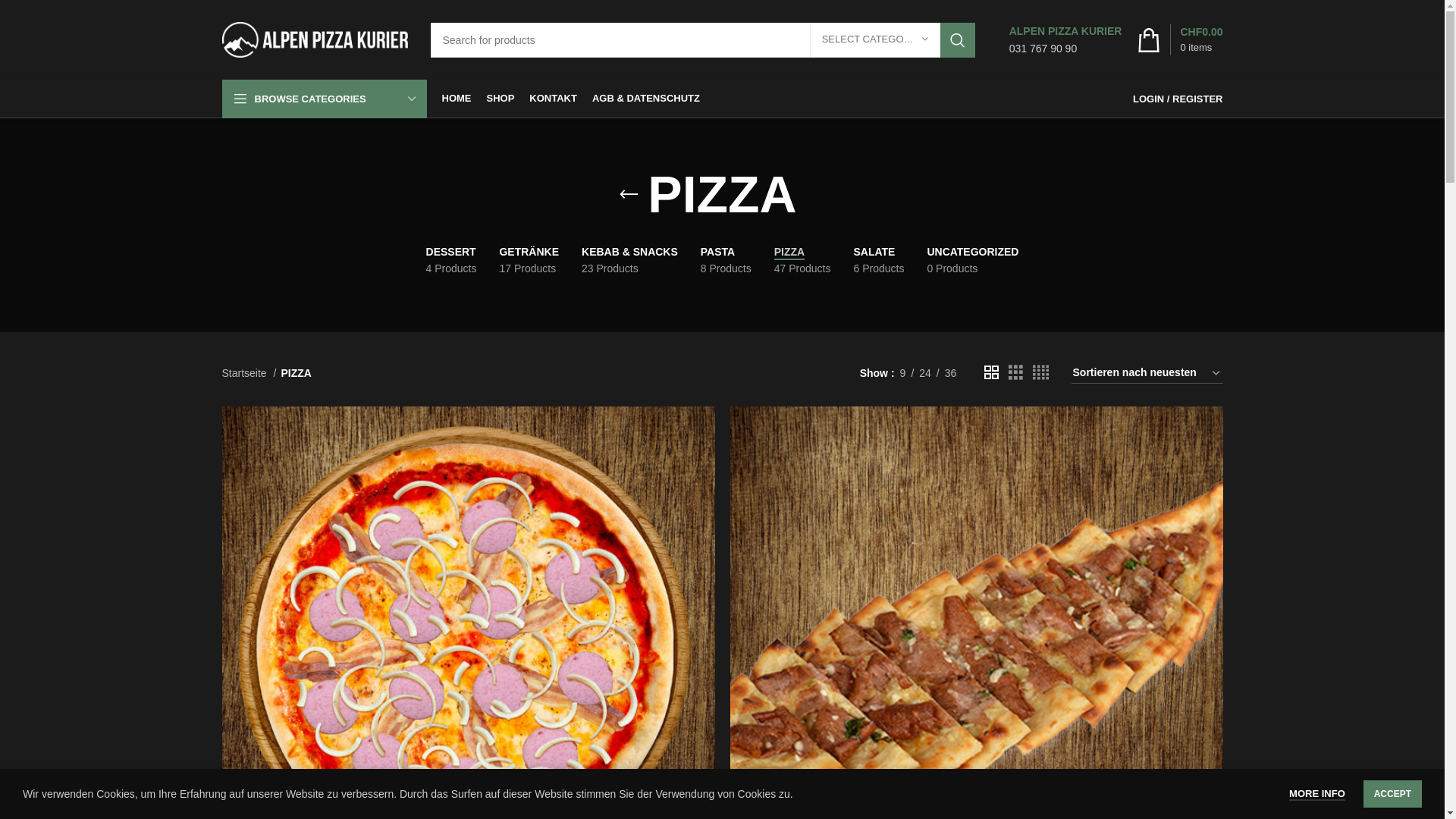 Image resolution: width=1456 pixels, height=819 pixels. What do you see at coordinates (949, 373) in the screenshot?
I see `'36'` at bounding box center [949, 373].